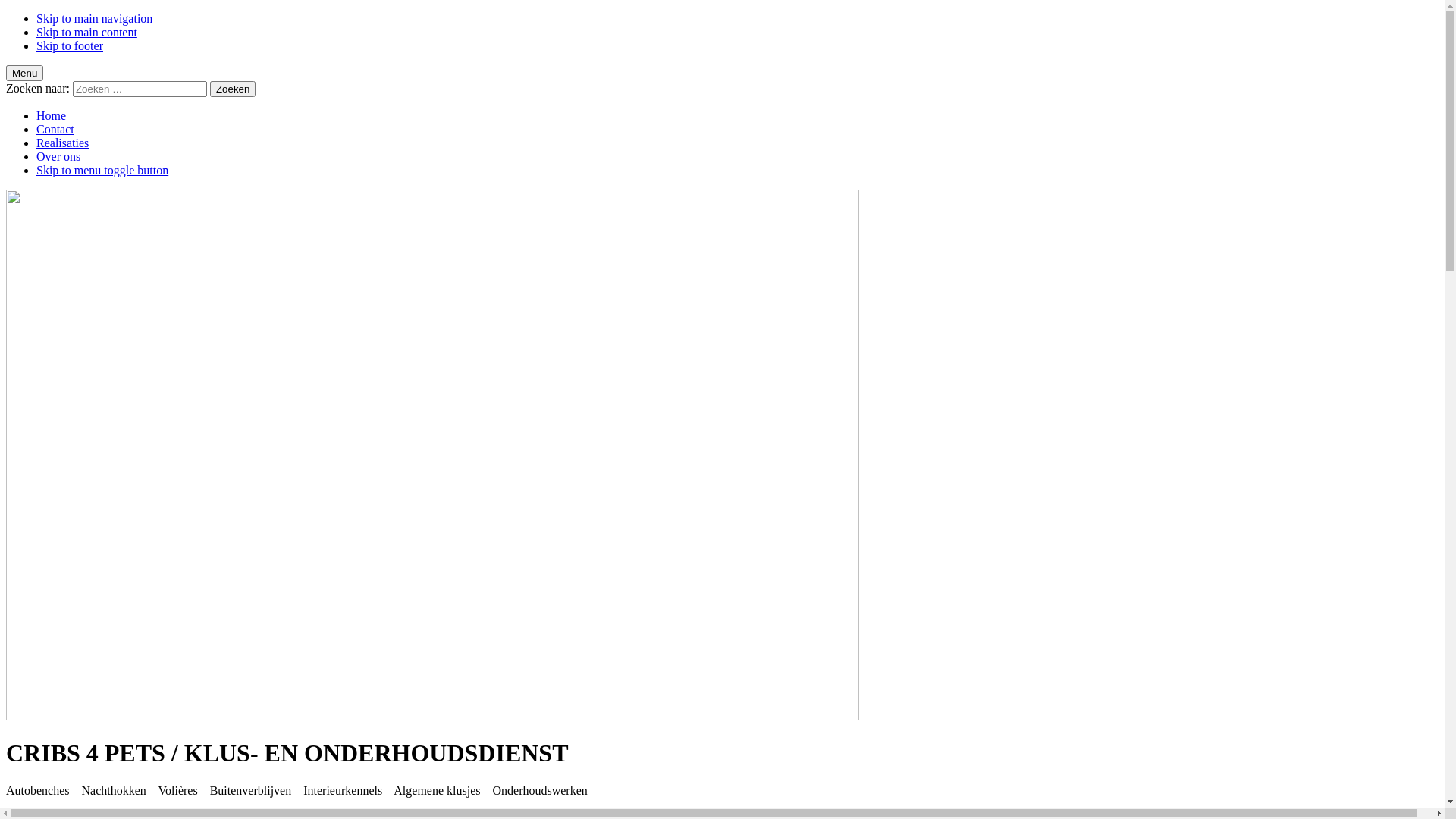  I want to click on 'Menu', so click(6, 73).